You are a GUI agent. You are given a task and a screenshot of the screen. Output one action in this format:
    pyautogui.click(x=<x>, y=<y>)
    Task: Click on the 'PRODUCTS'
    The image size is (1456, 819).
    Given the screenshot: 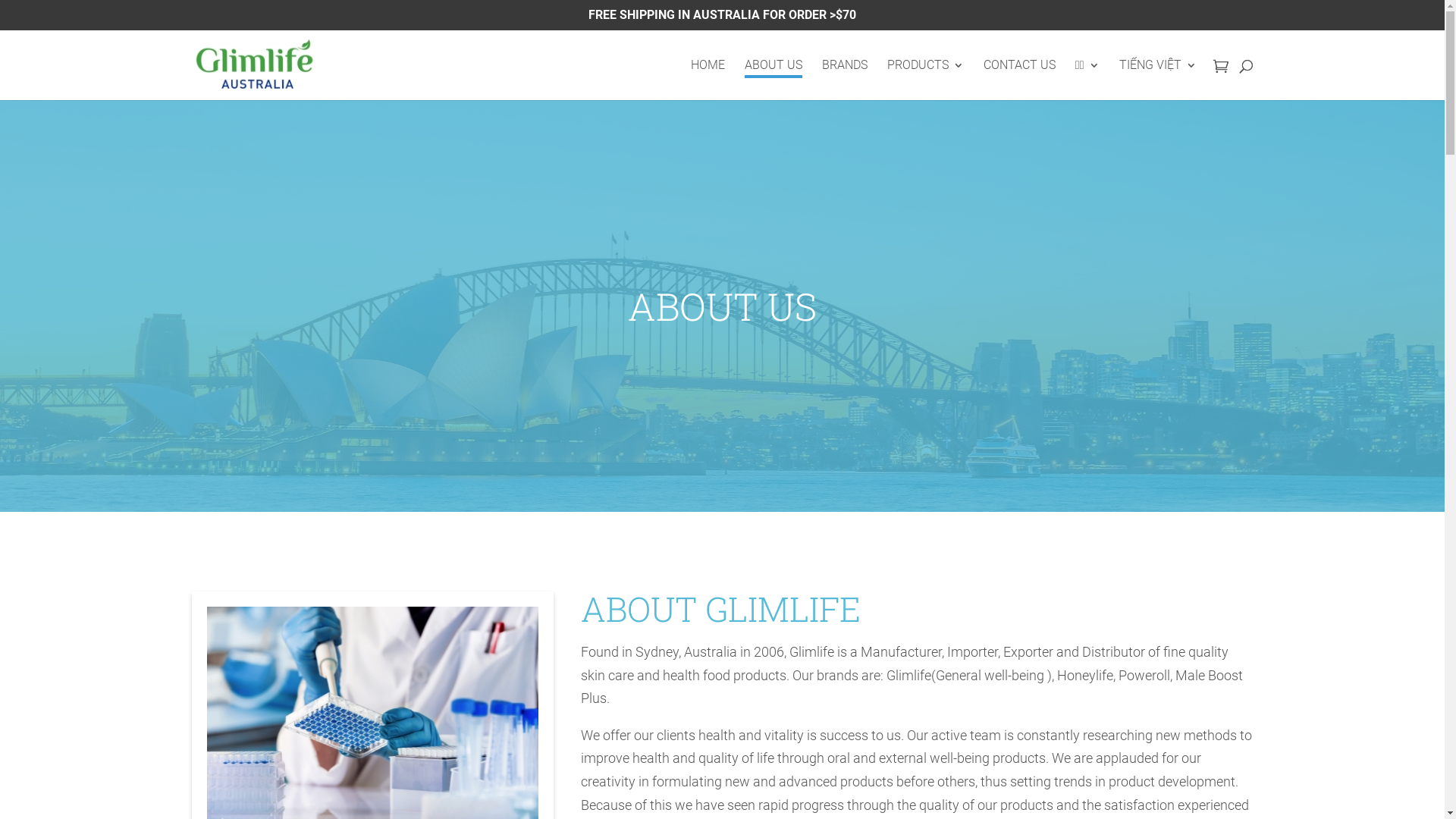 What is the action you would take?
    pyautogui.click(x=924, y=80)
    